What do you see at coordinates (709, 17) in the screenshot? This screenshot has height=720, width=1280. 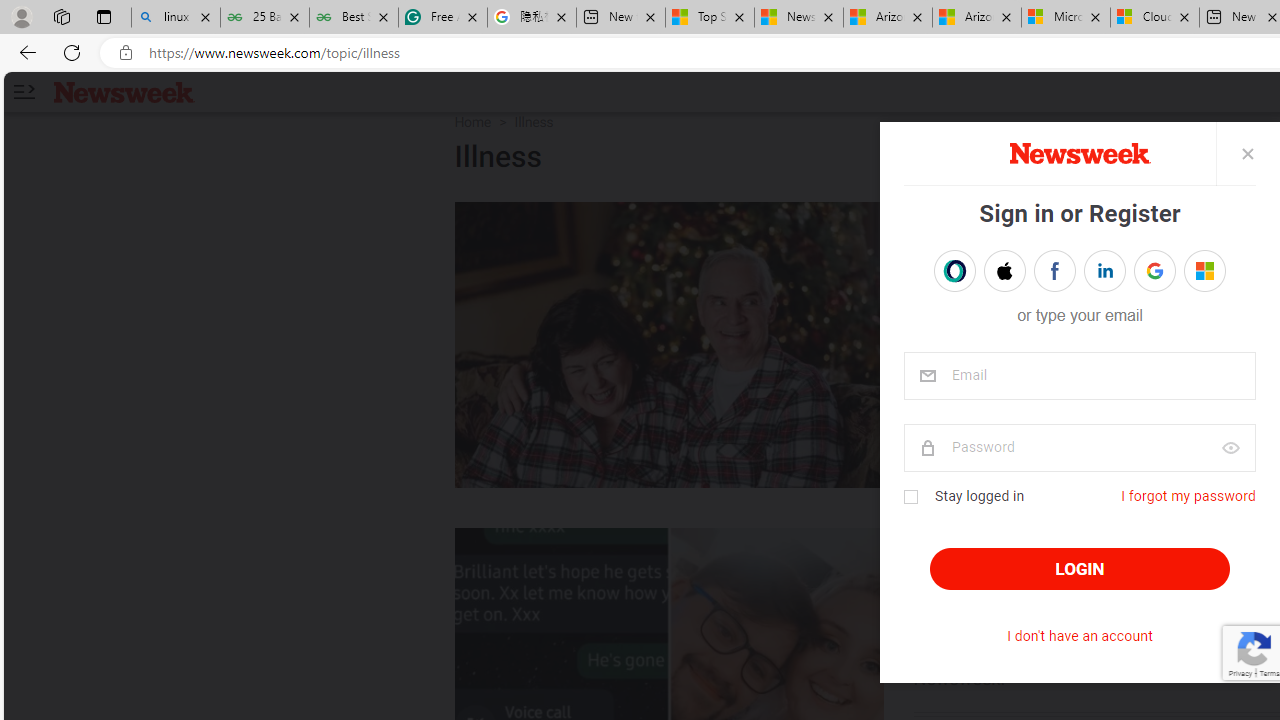 I see `'Top Stories - MSN'` at bounding box center [709, 17].